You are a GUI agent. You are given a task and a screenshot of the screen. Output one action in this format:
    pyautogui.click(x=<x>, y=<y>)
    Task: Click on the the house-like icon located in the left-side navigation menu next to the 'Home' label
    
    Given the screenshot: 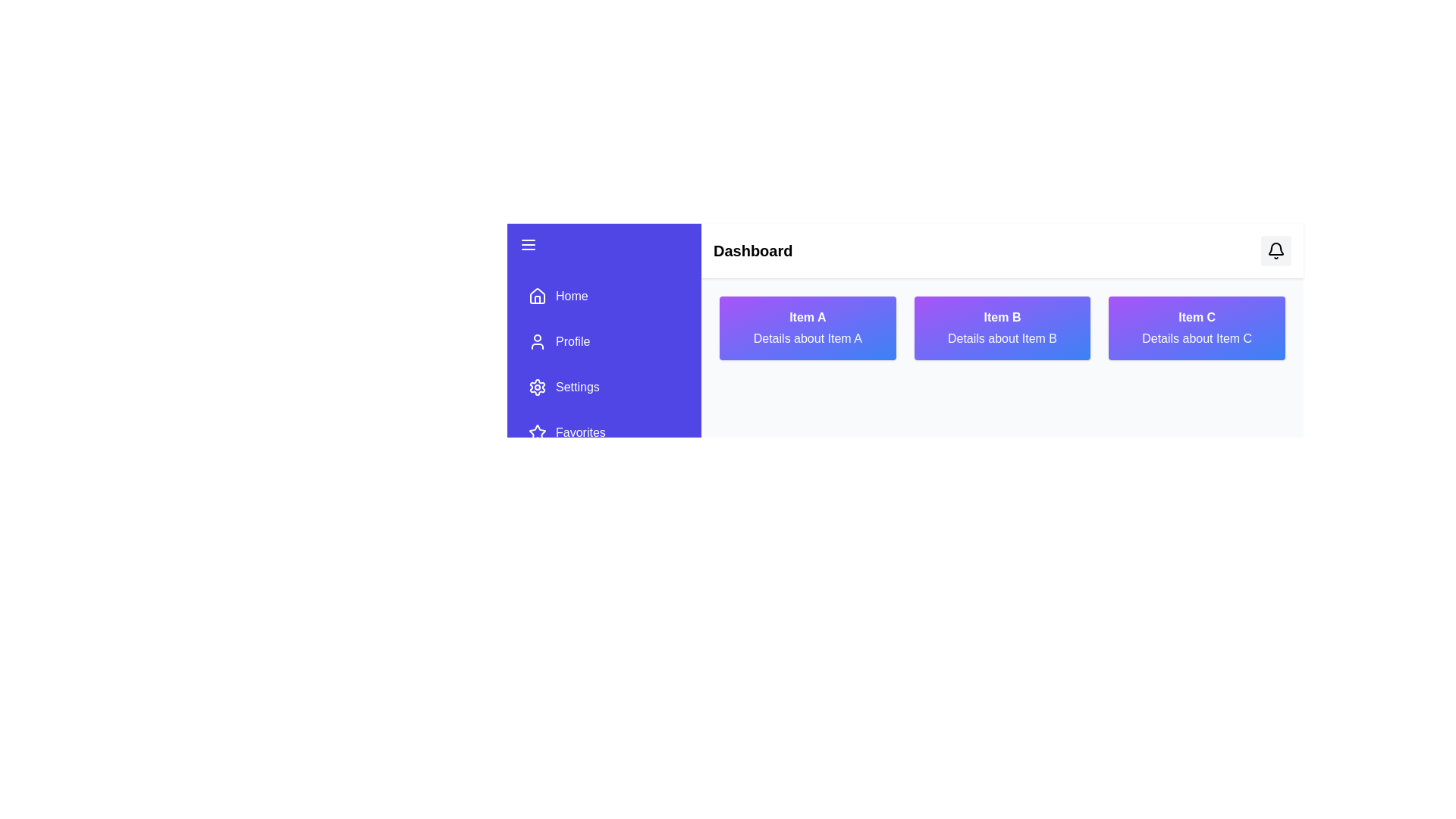 What is the action you would take?
    pyautogui.click(x=538, y=295)
    